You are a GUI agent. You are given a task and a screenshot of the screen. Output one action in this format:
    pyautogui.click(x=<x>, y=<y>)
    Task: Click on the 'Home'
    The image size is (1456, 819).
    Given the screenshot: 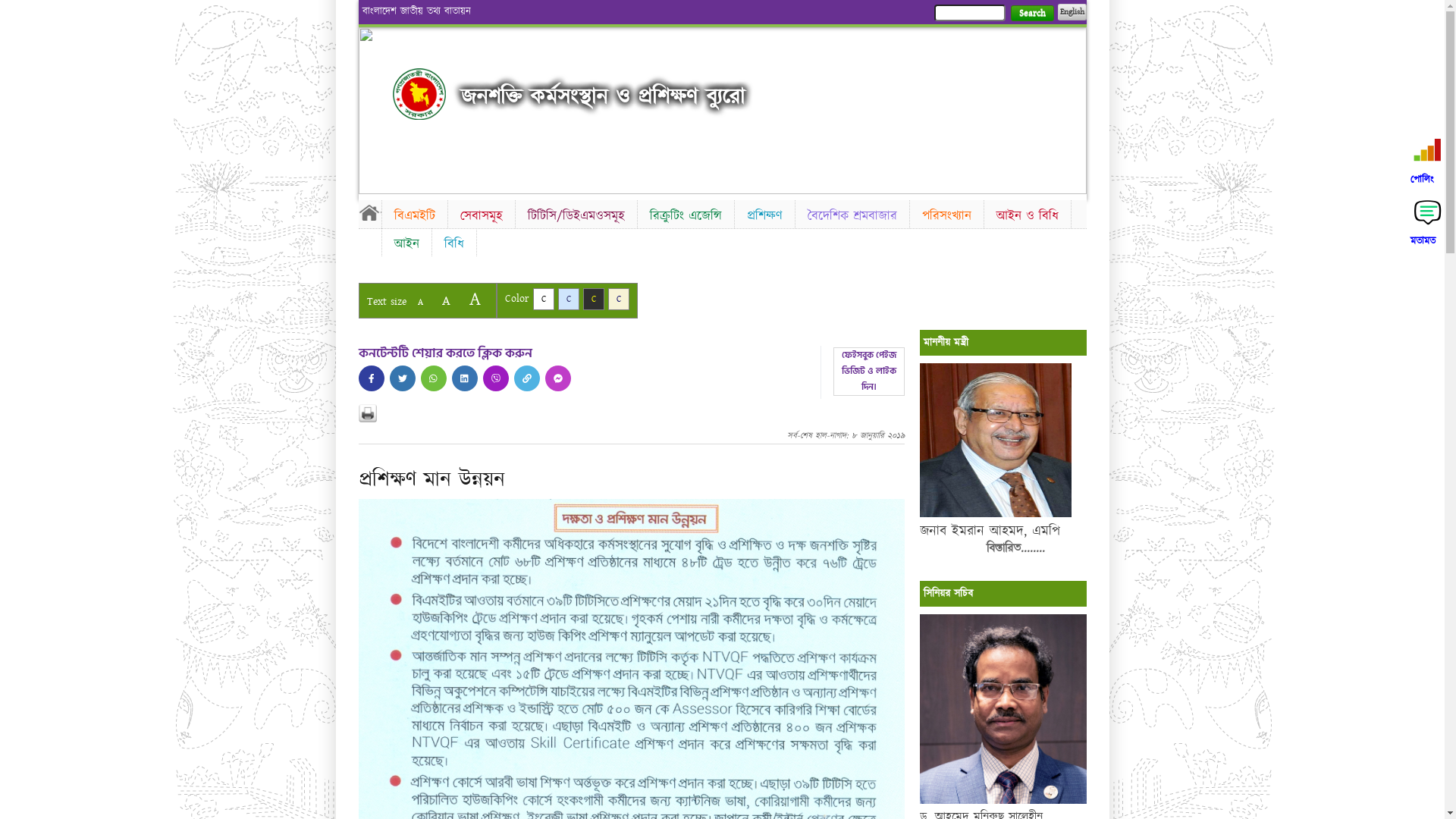 What is the action you would take?
    pyautogui.click(x=369, y=212)
    